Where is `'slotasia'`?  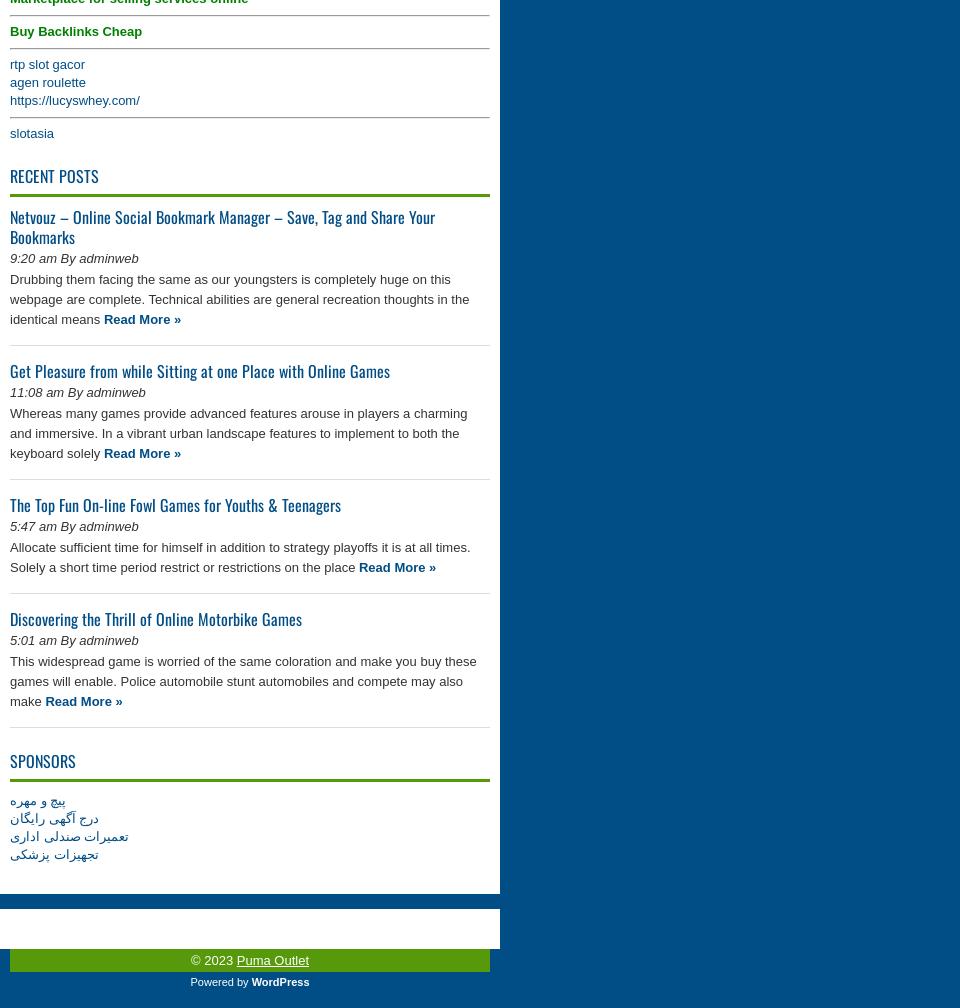 'slotasia' is located at coordinates (30, 133).